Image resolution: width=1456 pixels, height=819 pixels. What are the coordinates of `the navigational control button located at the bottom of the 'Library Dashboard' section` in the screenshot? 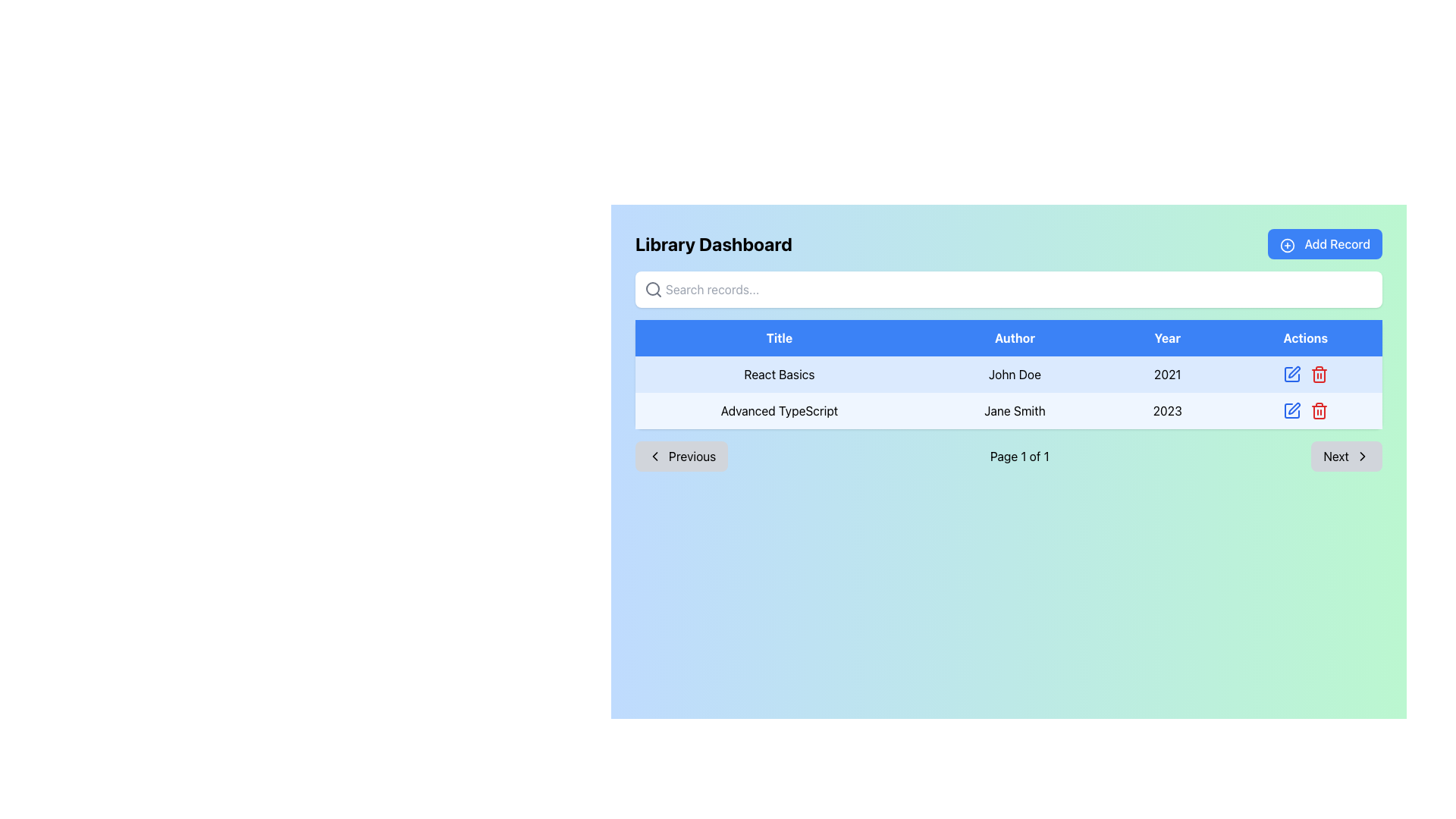 It's located at (681, 455).